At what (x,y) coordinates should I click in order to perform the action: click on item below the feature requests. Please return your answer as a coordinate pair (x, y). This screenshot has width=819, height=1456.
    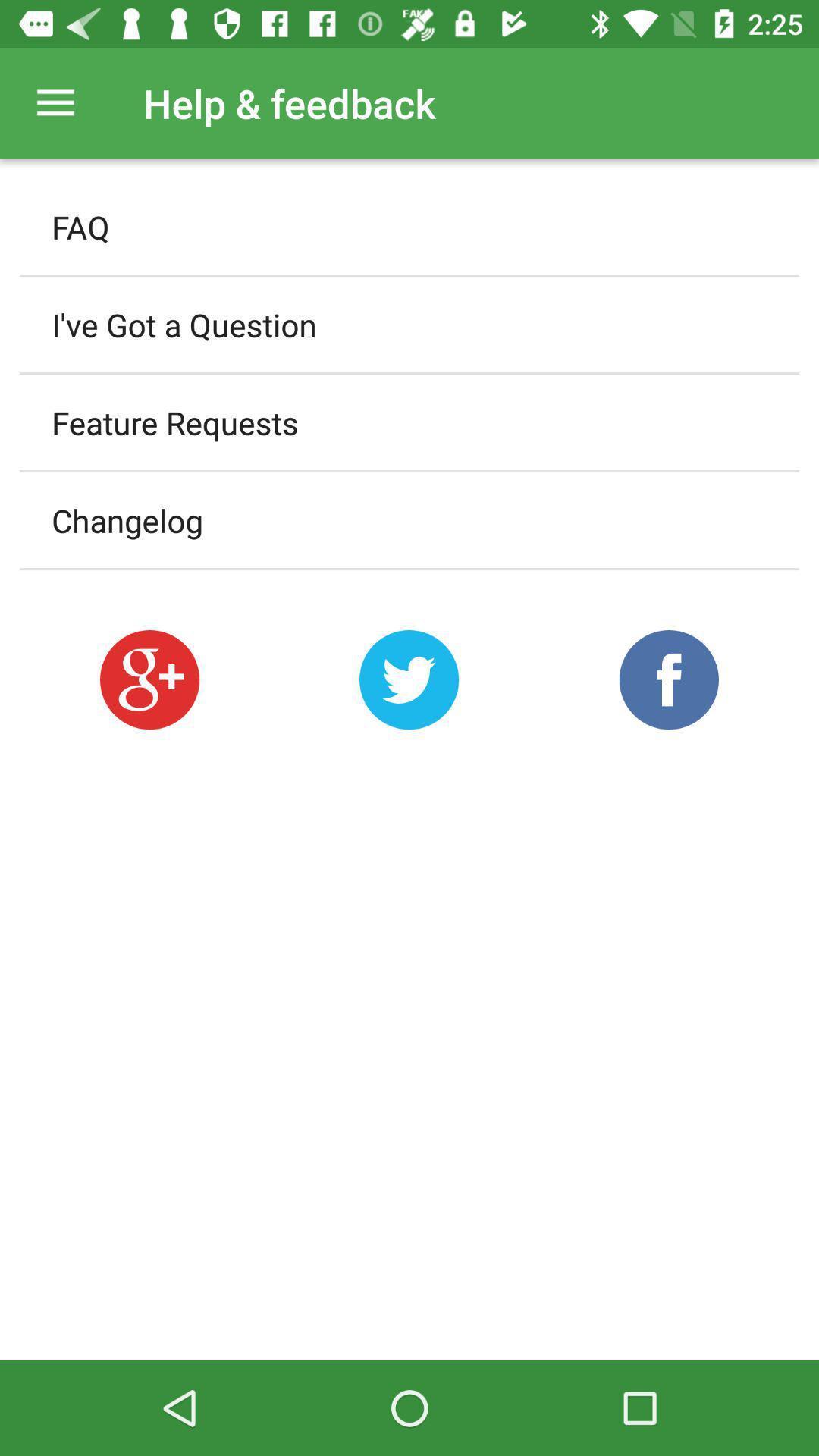
    Looking at the image, I should click on (409, 520).